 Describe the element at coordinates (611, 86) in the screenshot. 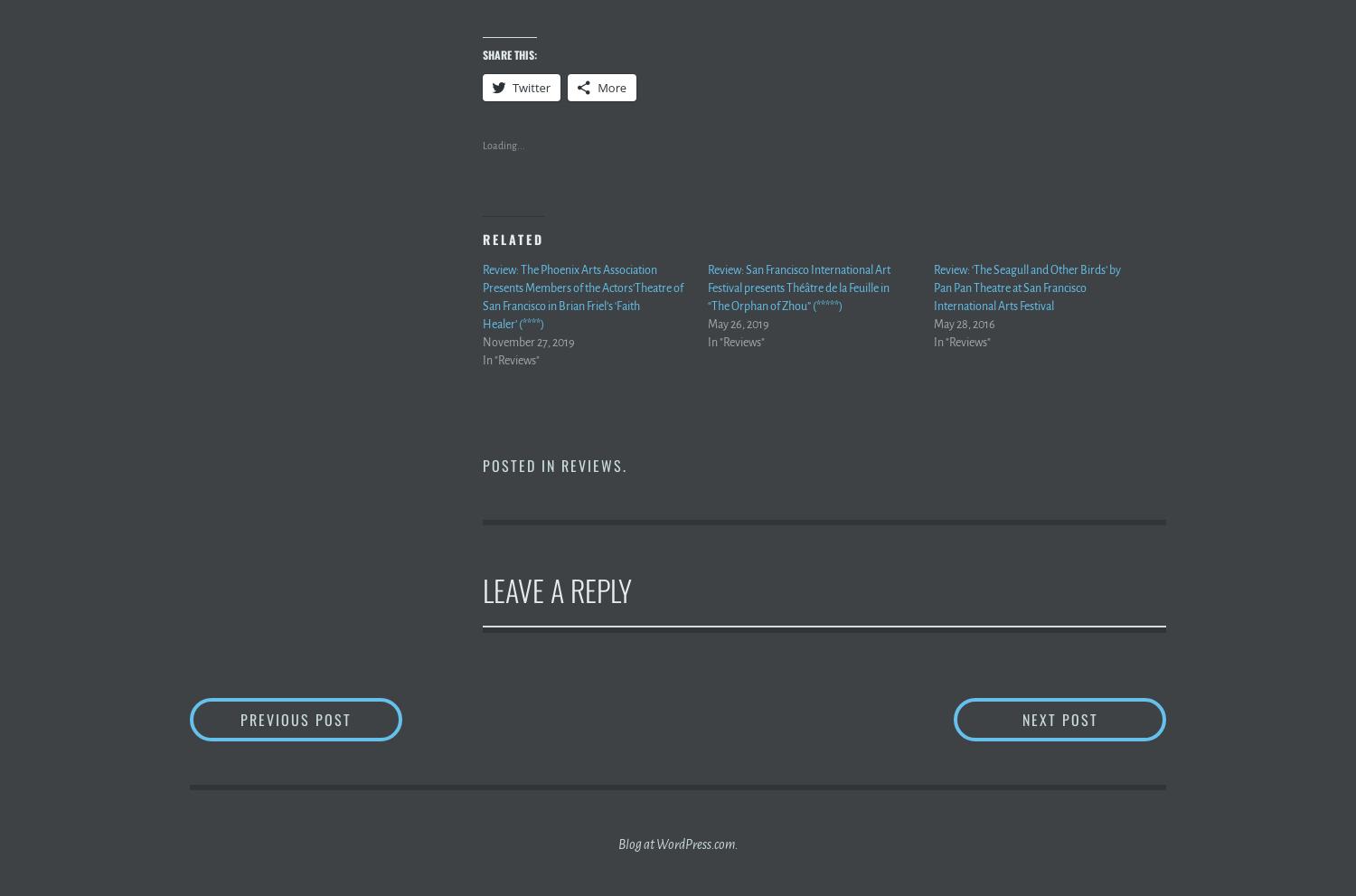

I see `'More'` at that location.